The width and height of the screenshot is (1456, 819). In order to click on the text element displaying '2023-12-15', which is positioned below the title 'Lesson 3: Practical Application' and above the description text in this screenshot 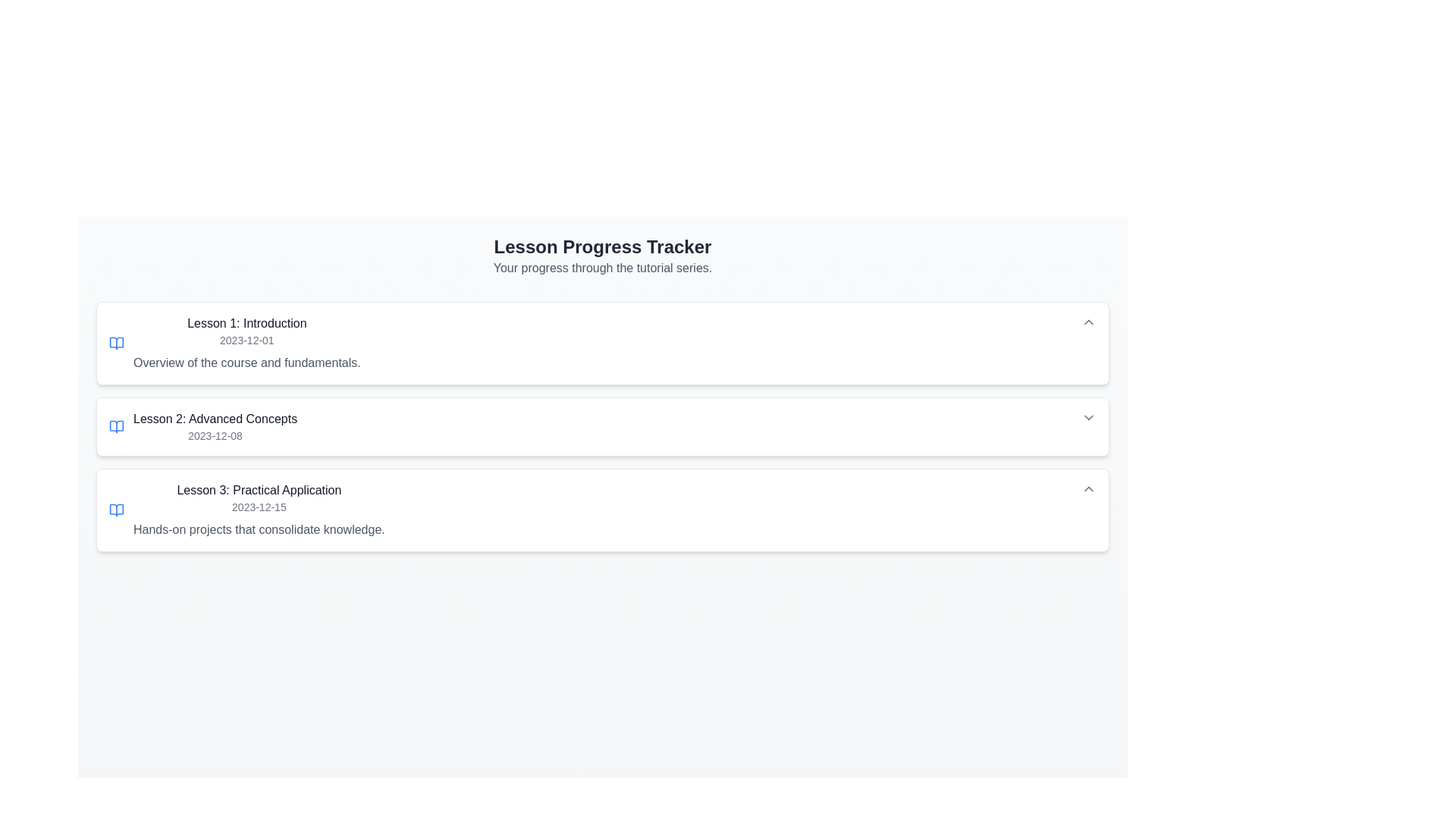, I will do `click(259, 507)`.